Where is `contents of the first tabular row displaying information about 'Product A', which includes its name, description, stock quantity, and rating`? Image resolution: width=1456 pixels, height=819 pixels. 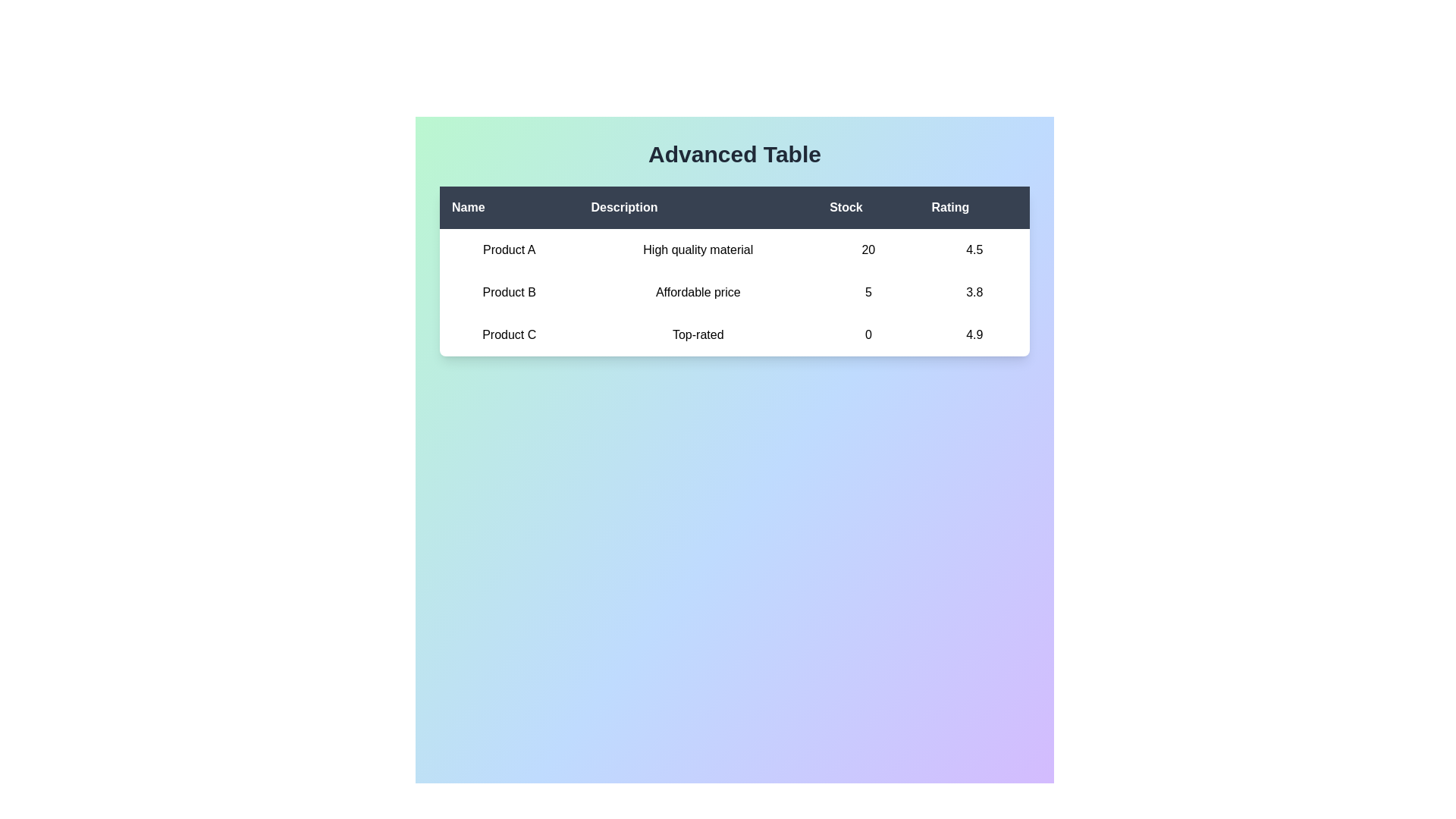 contents of the first tabular row displaying information about 'Product A', which includes its name, description, stock quantity, and rating is located at coordinates (735, 249).